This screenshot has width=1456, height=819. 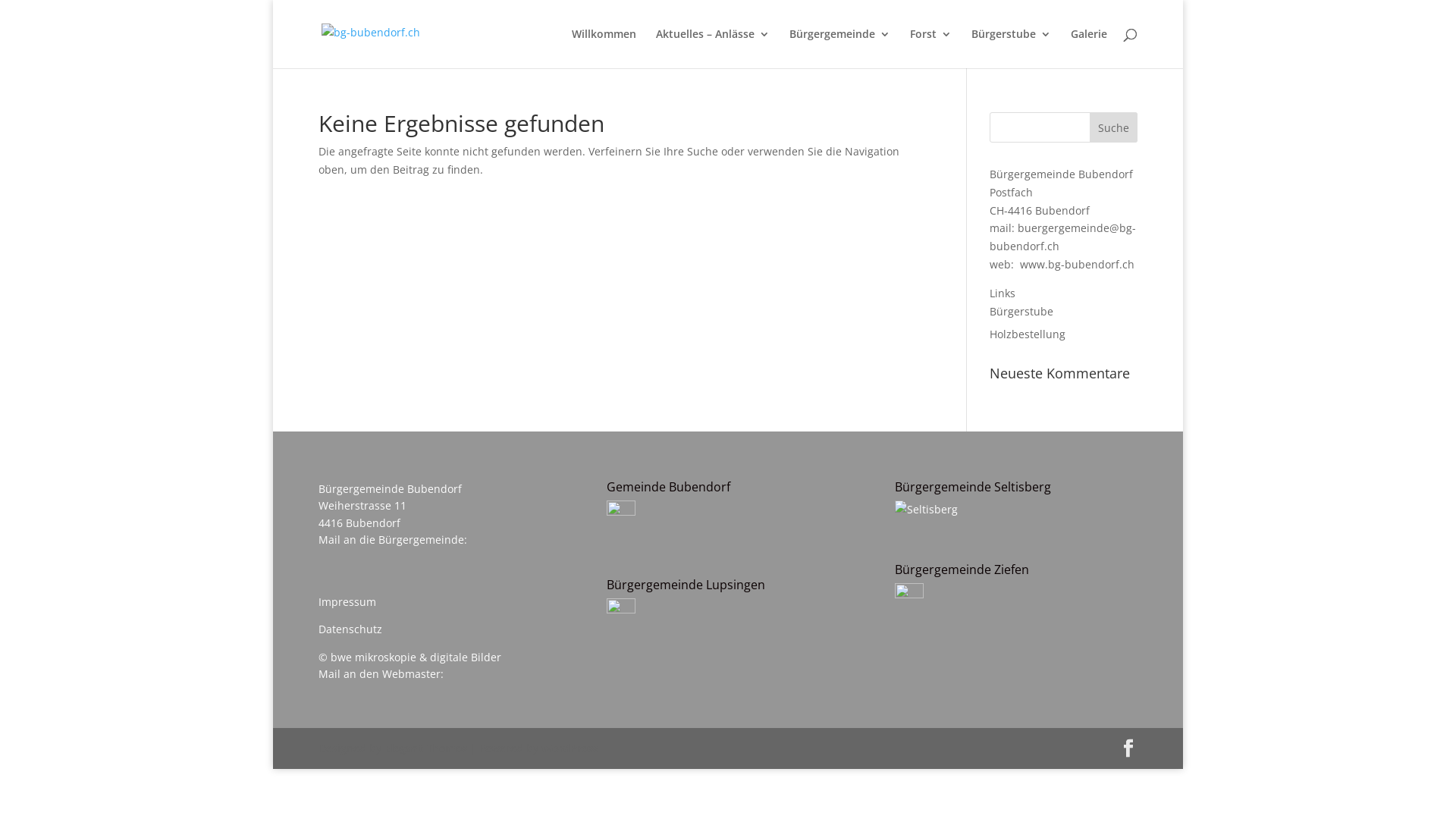 What do you see at coordinates (425, 747) in the screenshot?
I see `'Elegant Themes'` at bounding box center [425, 747].